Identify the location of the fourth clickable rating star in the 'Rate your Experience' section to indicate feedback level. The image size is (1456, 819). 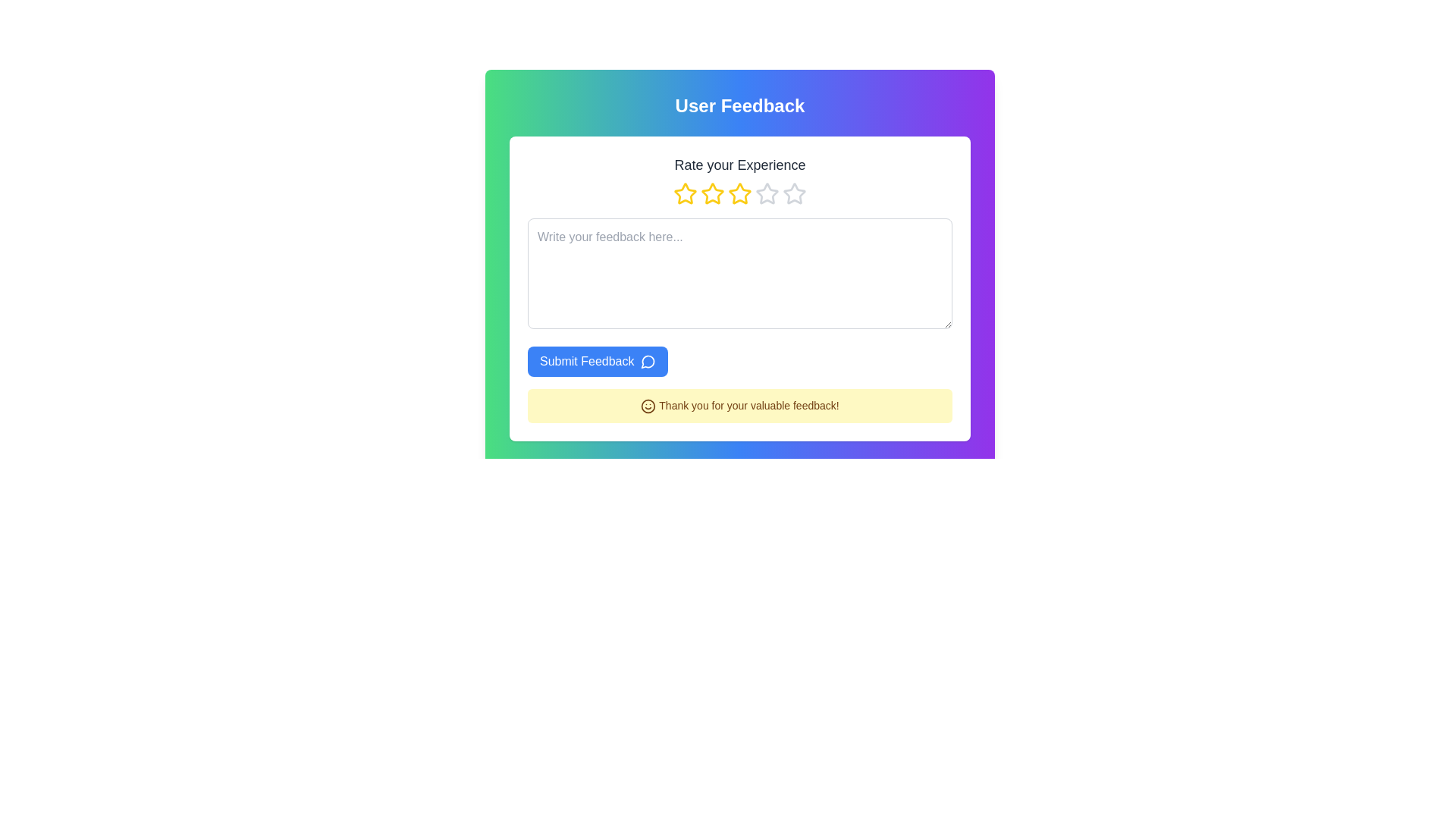
(739, 193).